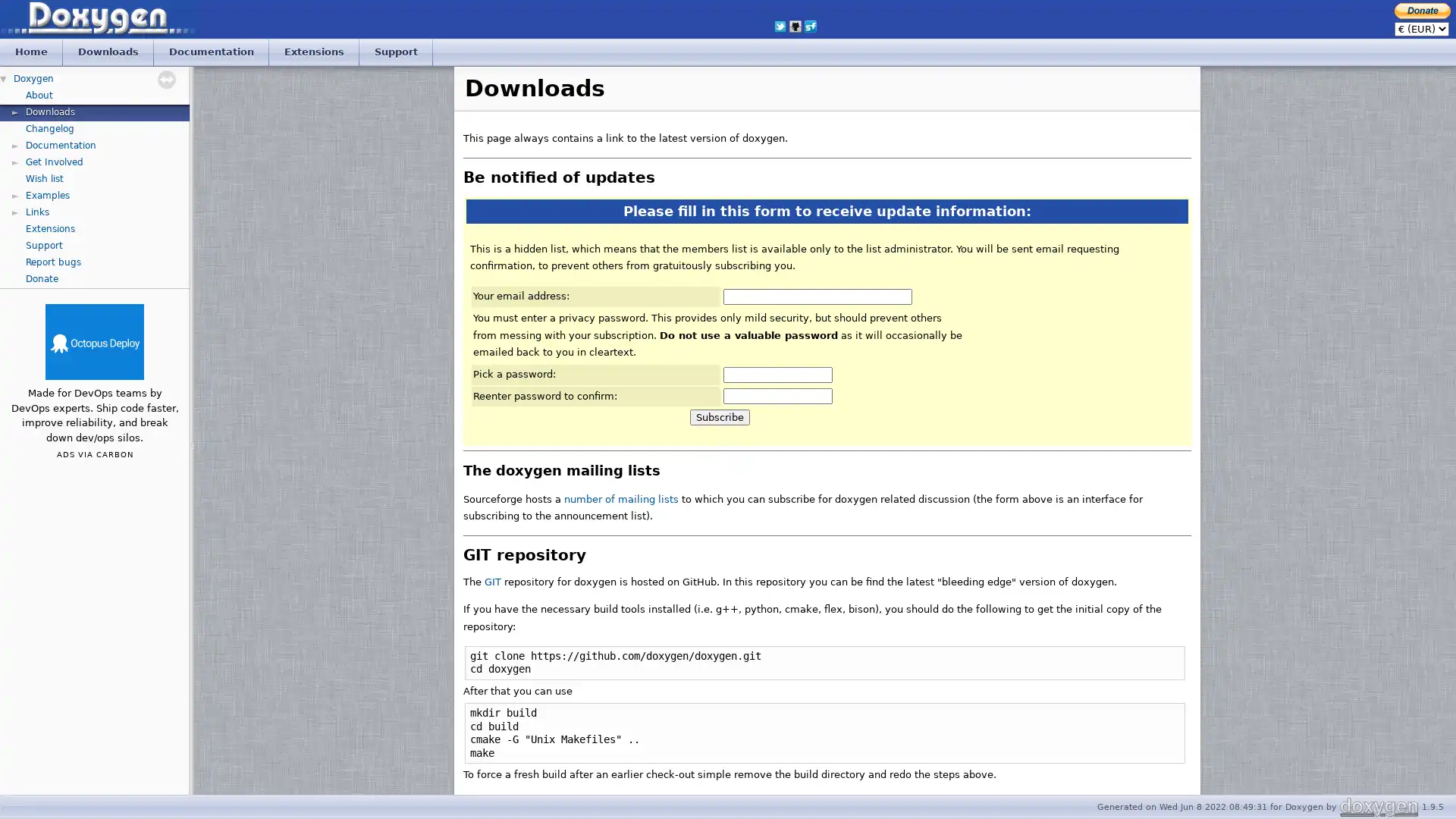  Describe the element at coordinates (1422, 10) in the screenshot. I see `Donate to Doxygen with PayPal!` at that location.